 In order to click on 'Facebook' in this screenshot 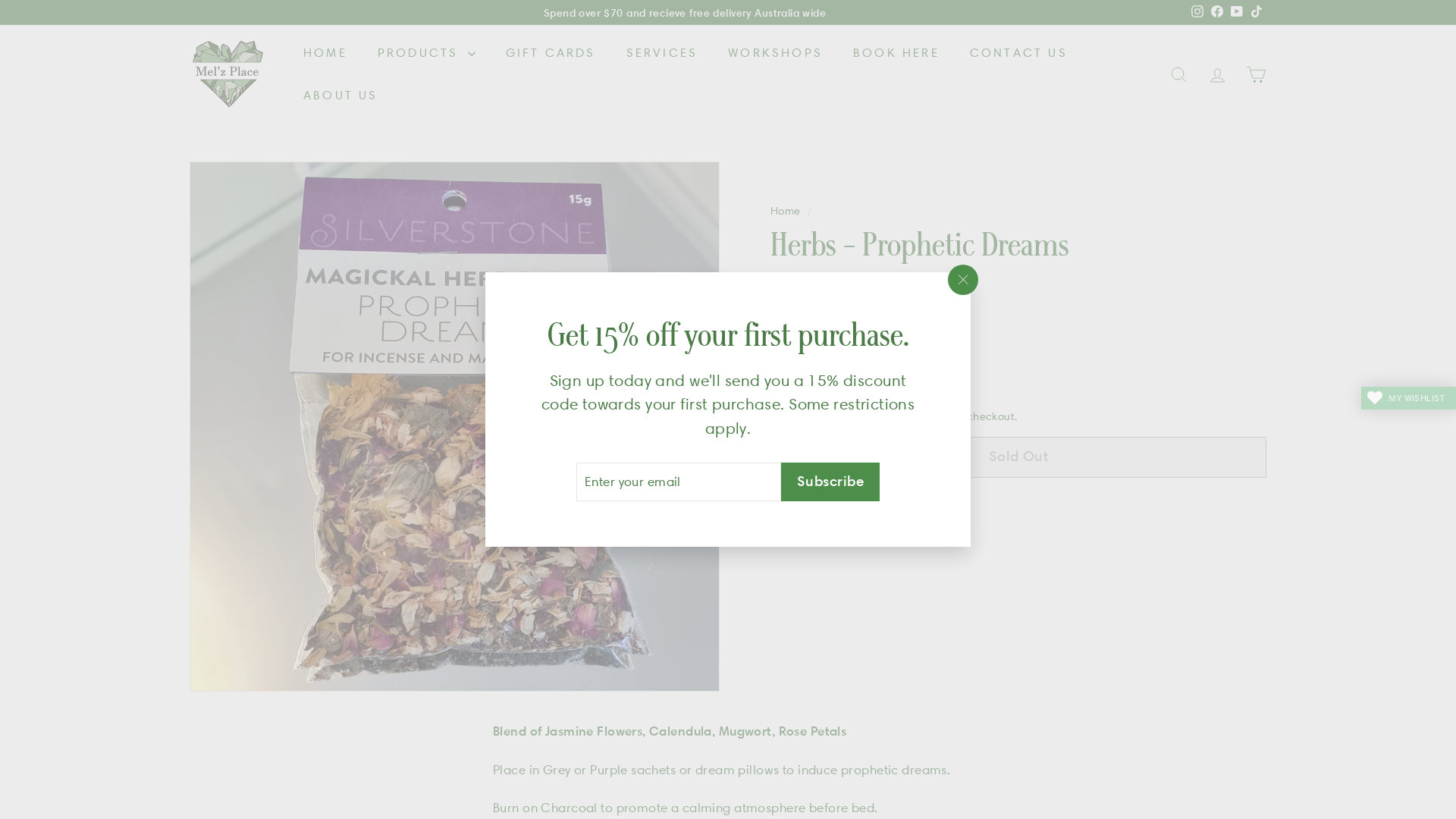, I will do `click(1216, 12)`.